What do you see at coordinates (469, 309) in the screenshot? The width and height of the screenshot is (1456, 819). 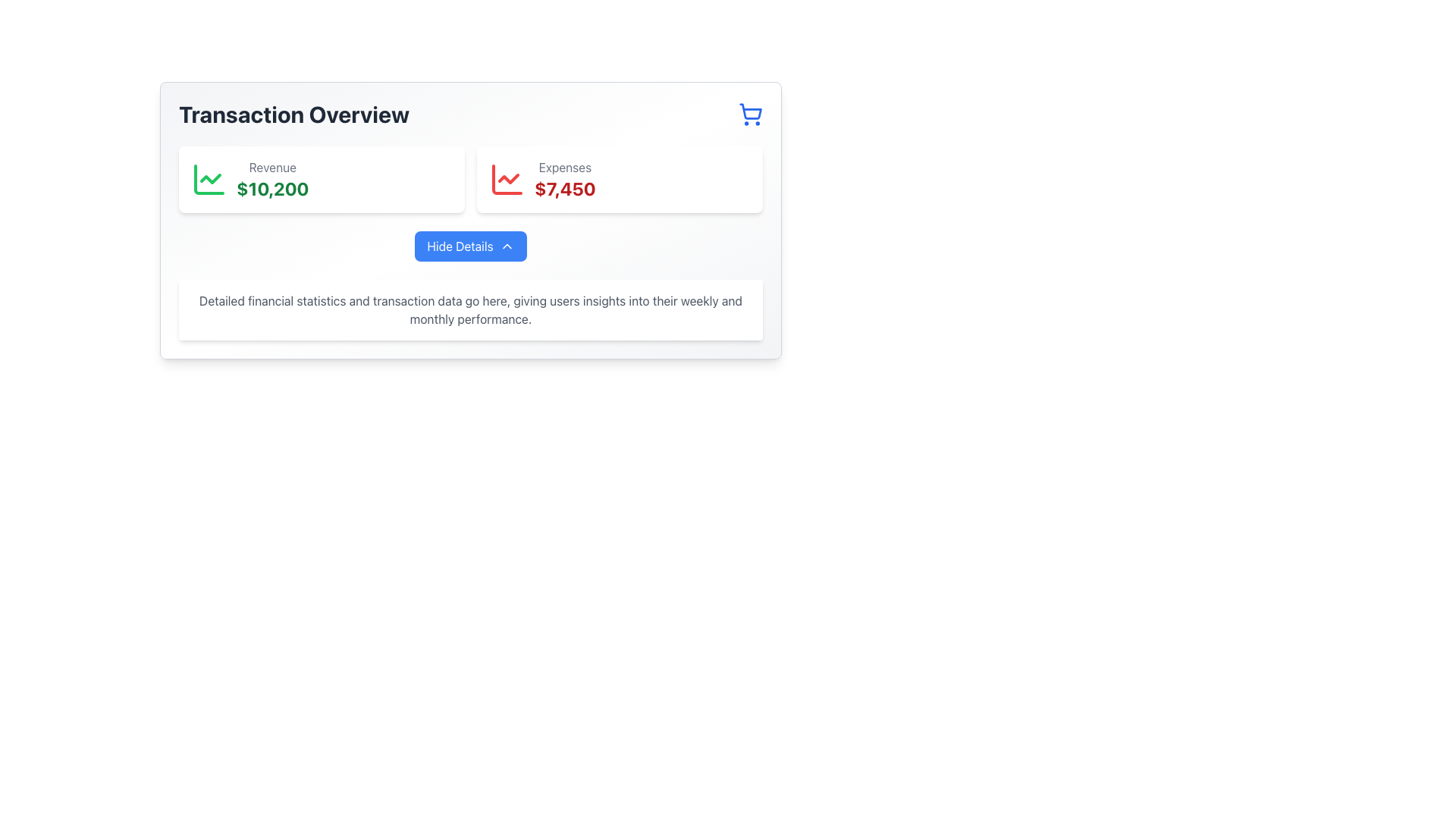 I see `the text block styled with gray color and center alignment, which contains detailed financial statistics and transaction data, located below the 'Hide Details' button` at bounding box center [469, 309].